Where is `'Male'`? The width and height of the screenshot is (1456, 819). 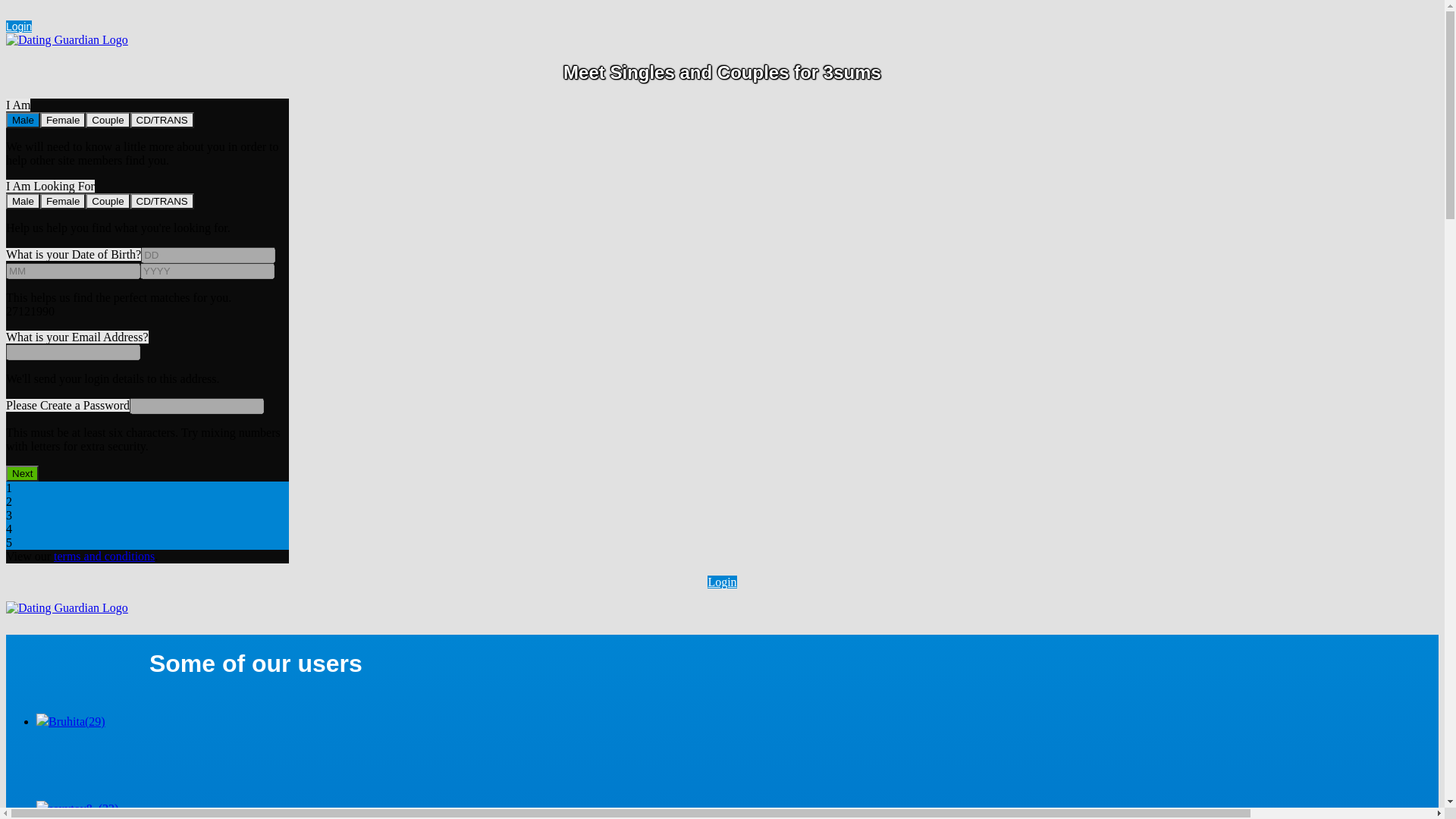
'Male' is located at coordinates (23, 200).